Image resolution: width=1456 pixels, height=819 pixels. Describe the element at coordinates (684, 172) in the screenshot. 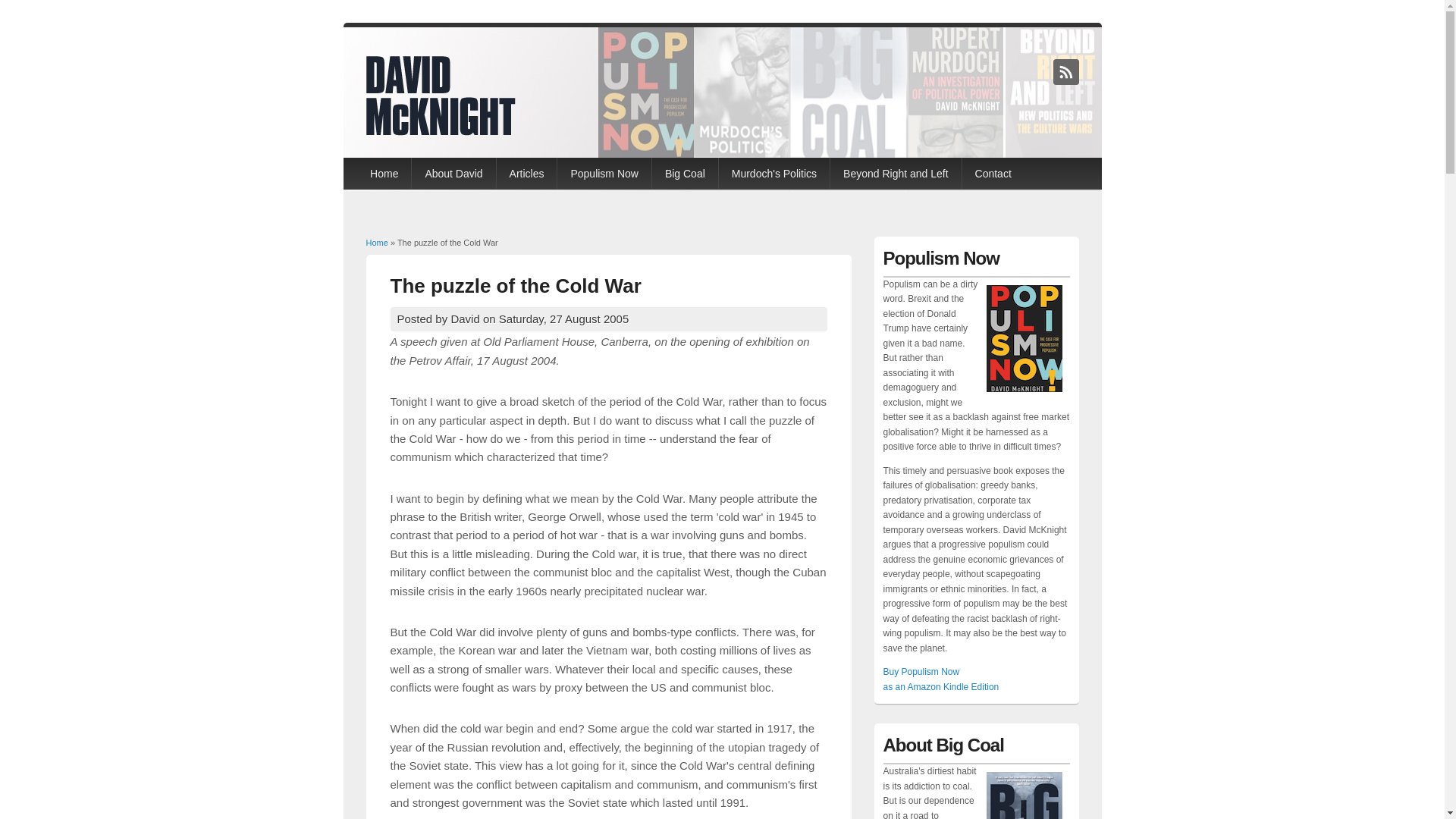

I see `'Big Coal'` at that location.